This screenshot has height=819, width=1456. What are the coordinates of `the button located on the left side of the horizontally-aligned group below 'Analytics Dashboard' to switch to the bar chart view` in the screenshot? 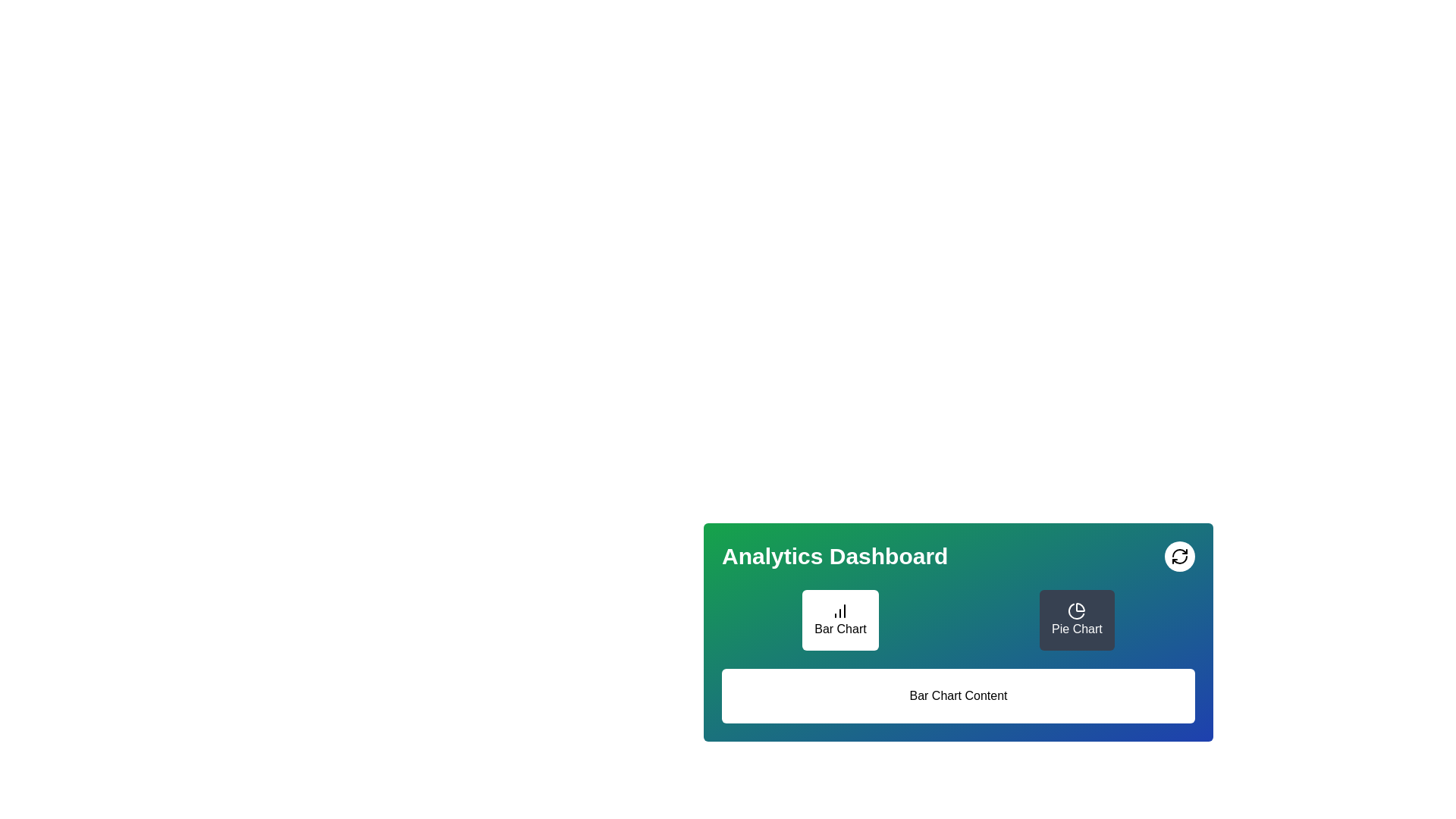 It's located at (839, 620).